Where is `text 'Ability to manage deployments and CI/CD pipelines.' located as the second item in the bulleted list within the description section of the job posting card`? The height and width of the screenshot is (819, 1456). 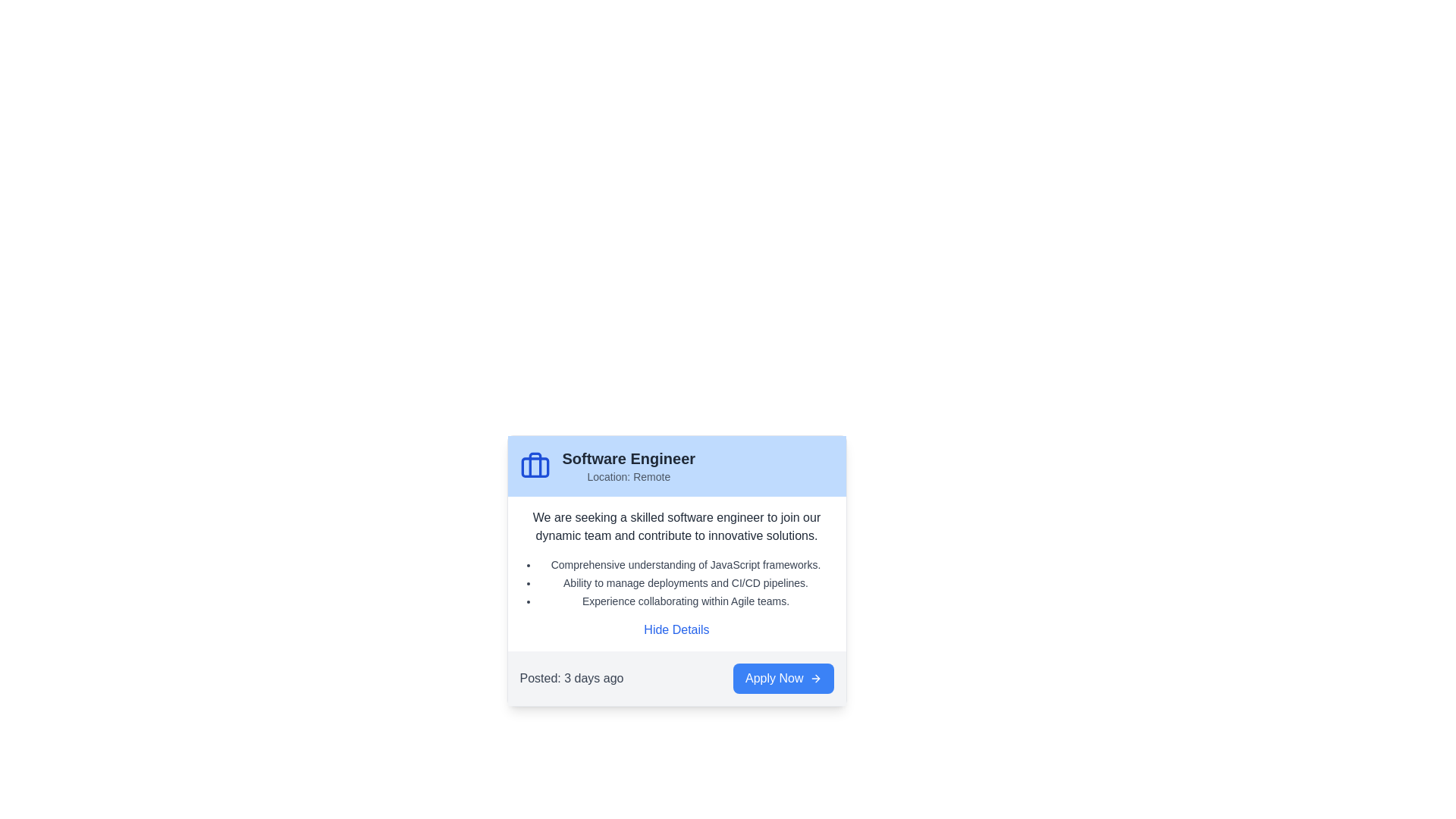
text 'Ability to manage deployments and CI/CD pipelines.' located as the second item in the bulleted list within the description section of the job posting card is located at coordinates (685, 582).